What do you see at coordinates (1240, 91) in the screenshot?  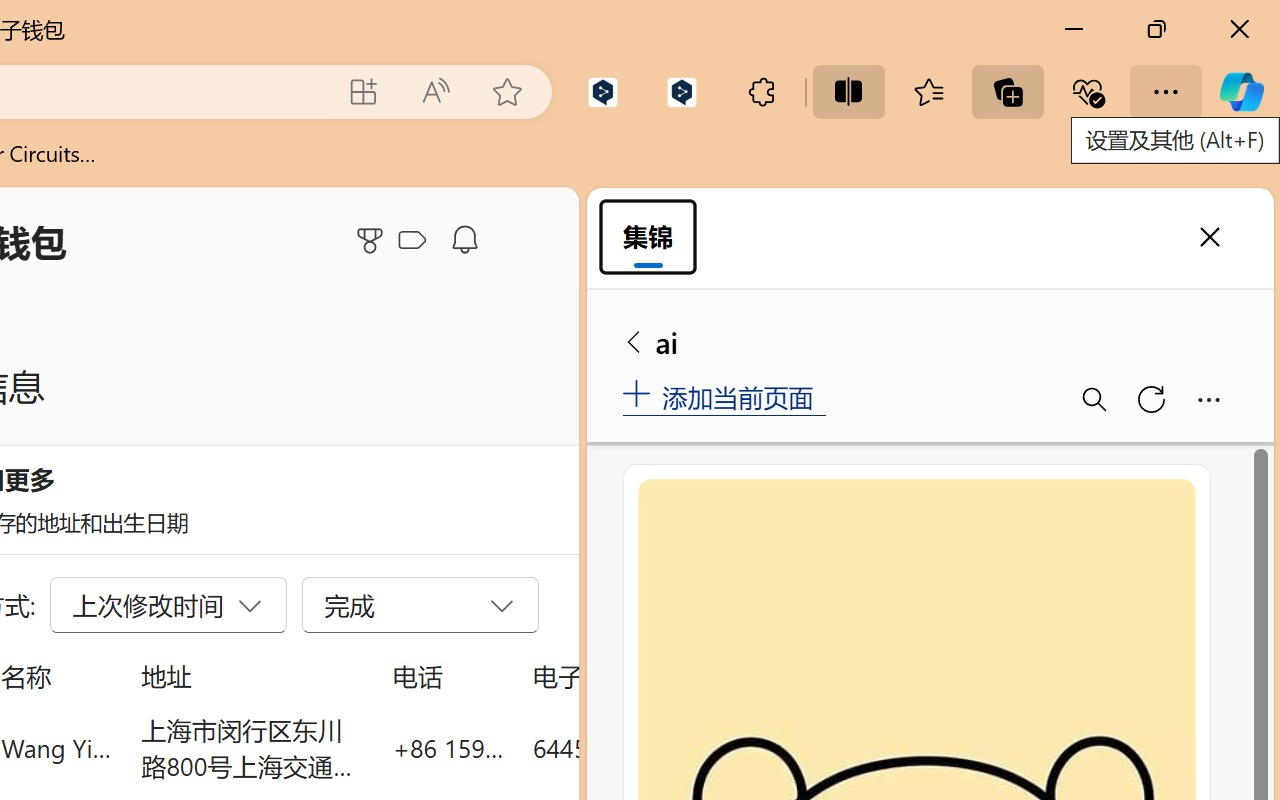 I see `'Copilot (Ctrl+Shift+.)'` at bounding box center [1240, 91].